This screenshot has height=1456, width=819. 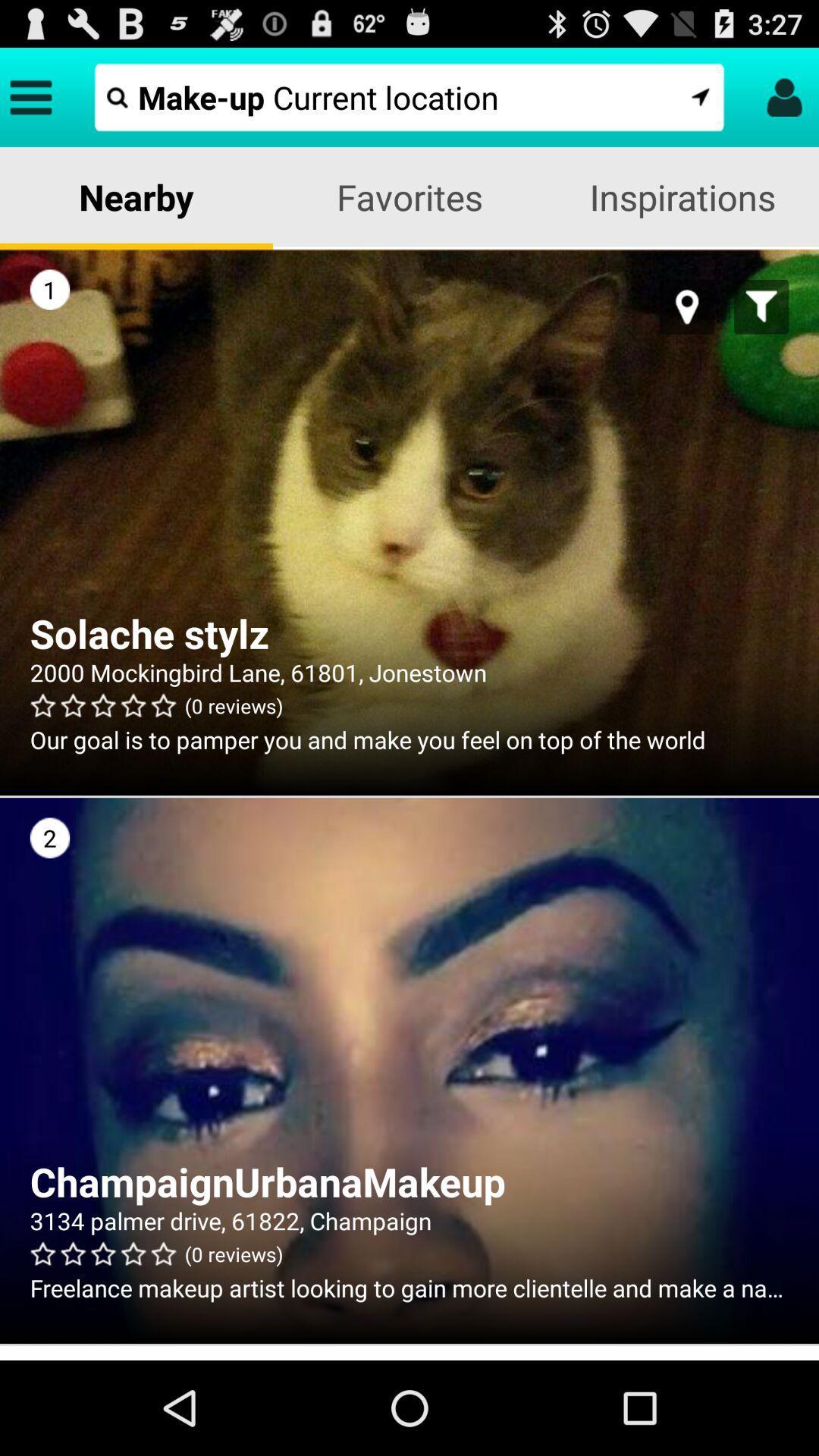 What do you see at coordinates (409, 671) in the screenshot?
I see `icon above the (0 reviews) item` at bounding box center [409, 671].